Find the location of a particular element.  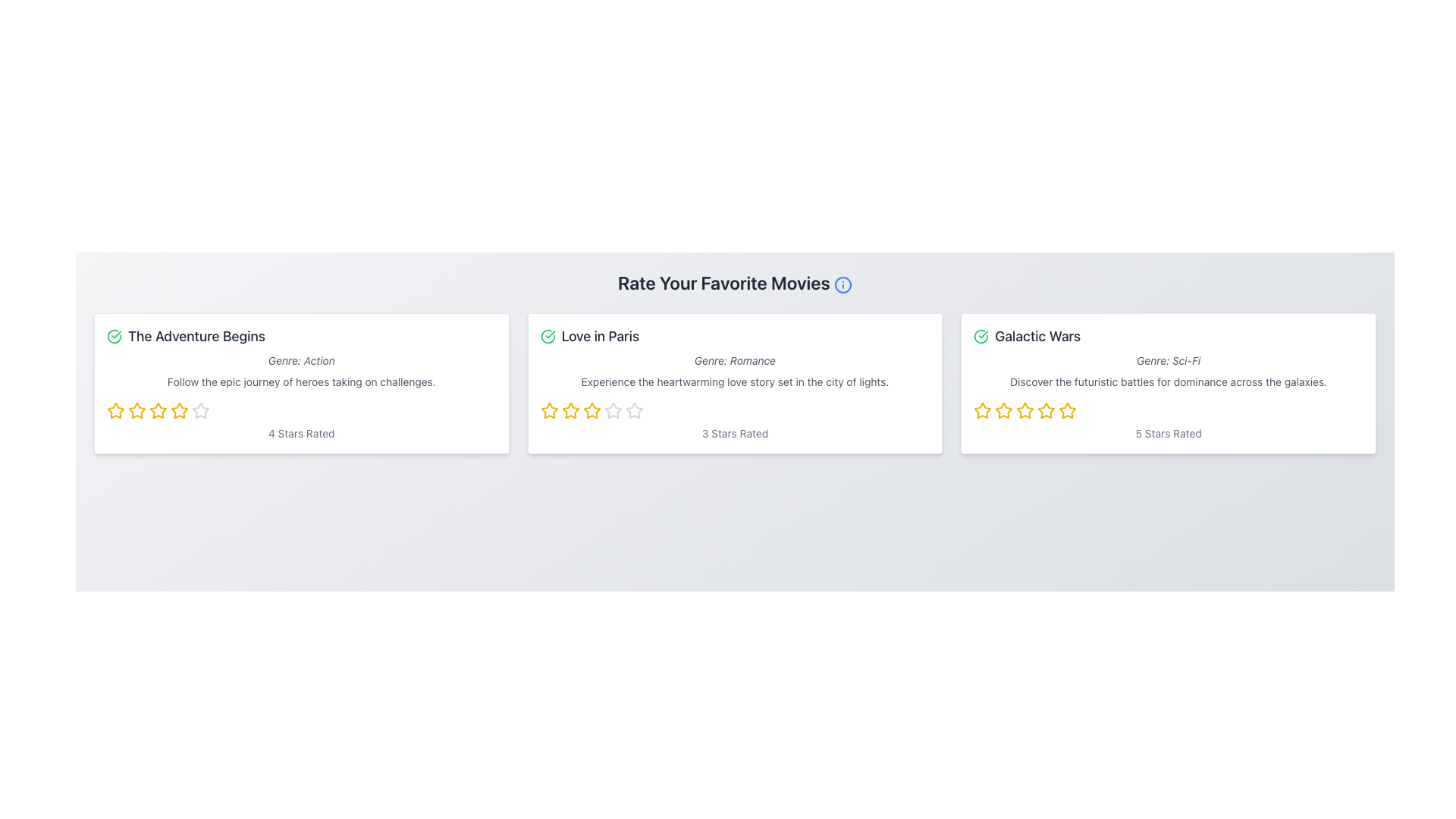

the second yellow star icon in the rating section of the 'Galactic Wars' card is located at coordinates (1004, 410).